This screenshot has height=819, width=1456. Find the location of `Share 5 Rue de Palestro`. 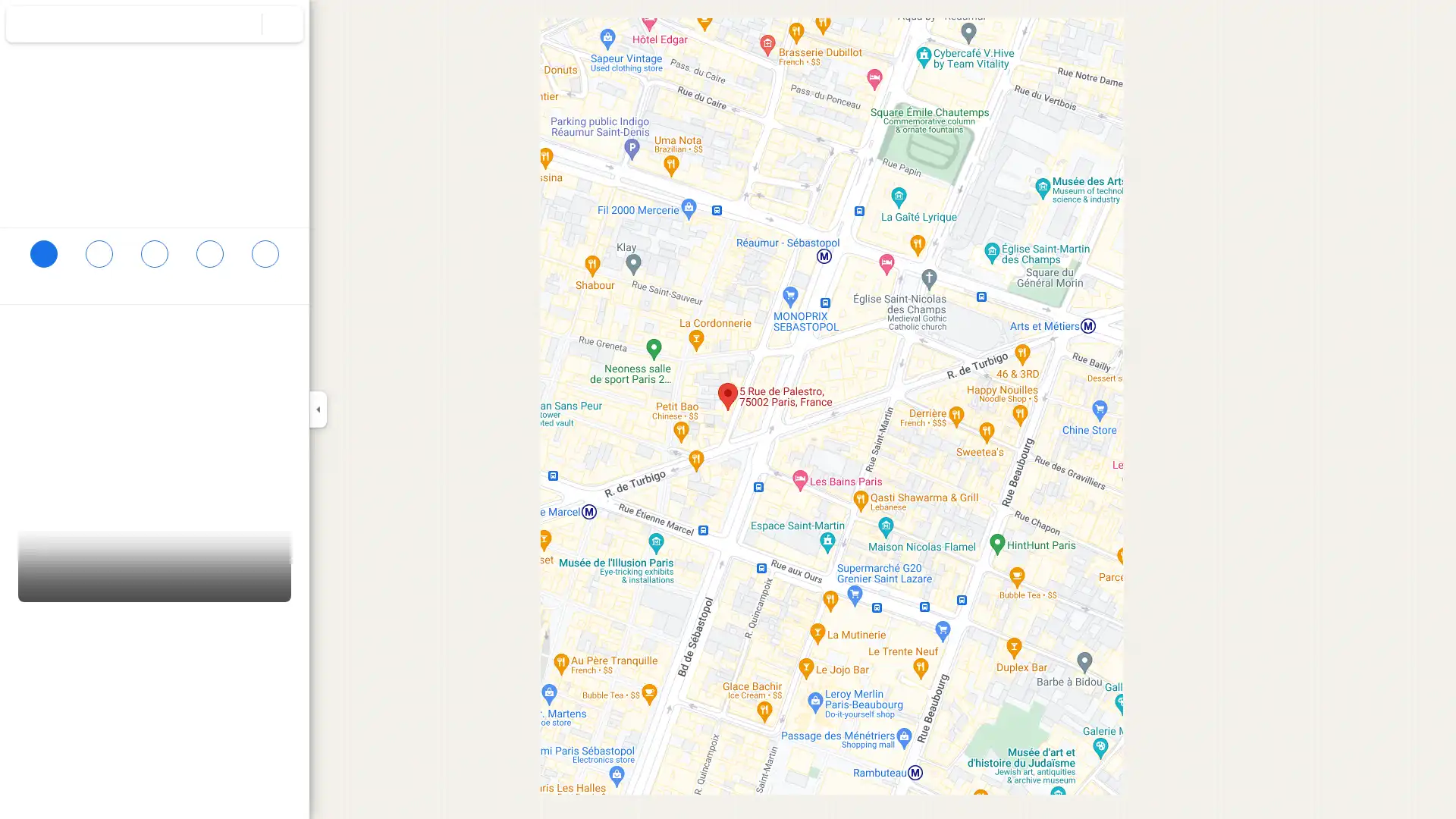

Share 5 Rue de Palestro is located at coordinates (265, 259).